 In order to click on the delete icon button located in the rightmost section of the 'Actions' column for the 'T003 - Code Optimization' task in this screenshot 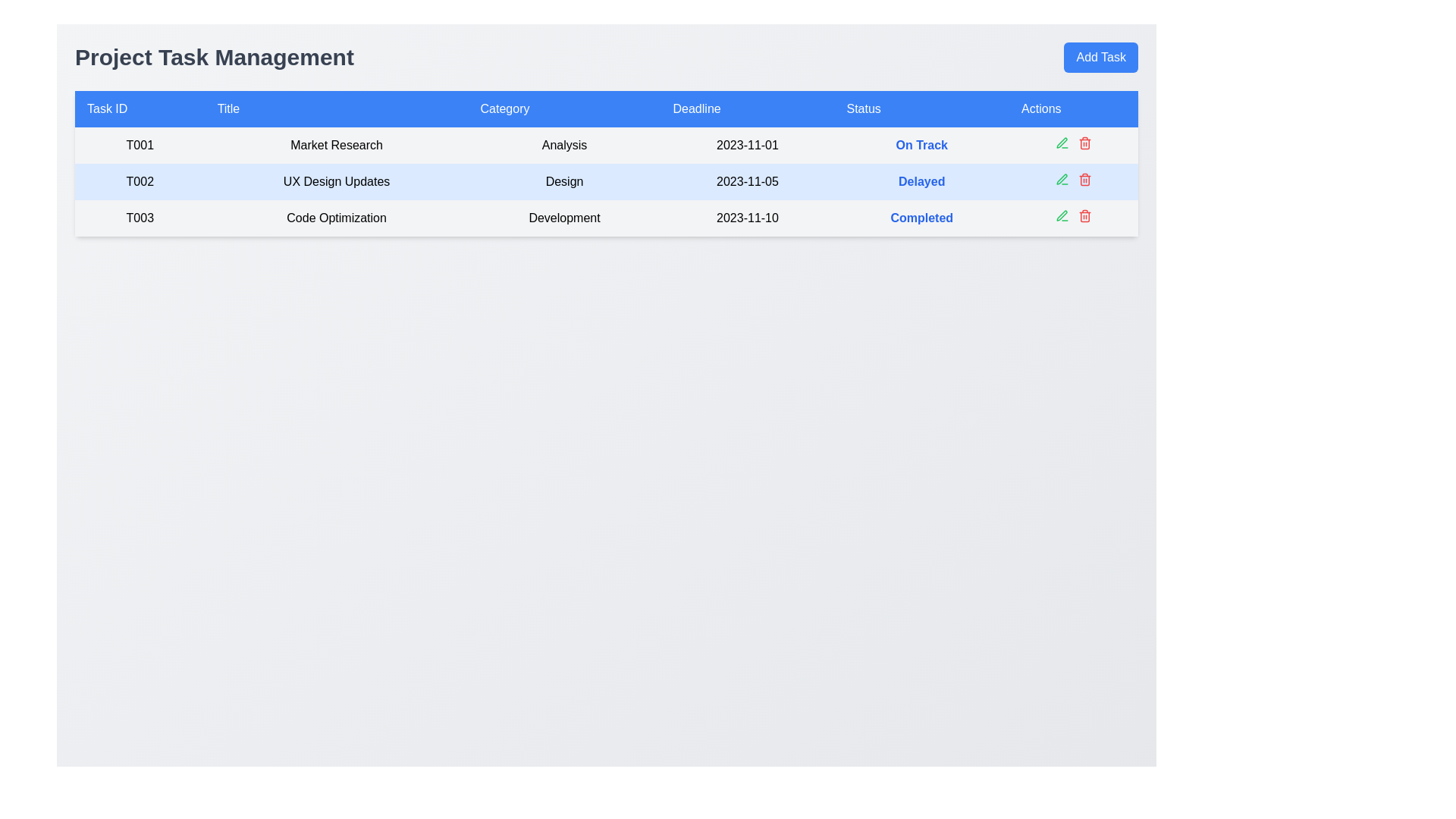, I will do `click(1084, 216)`.